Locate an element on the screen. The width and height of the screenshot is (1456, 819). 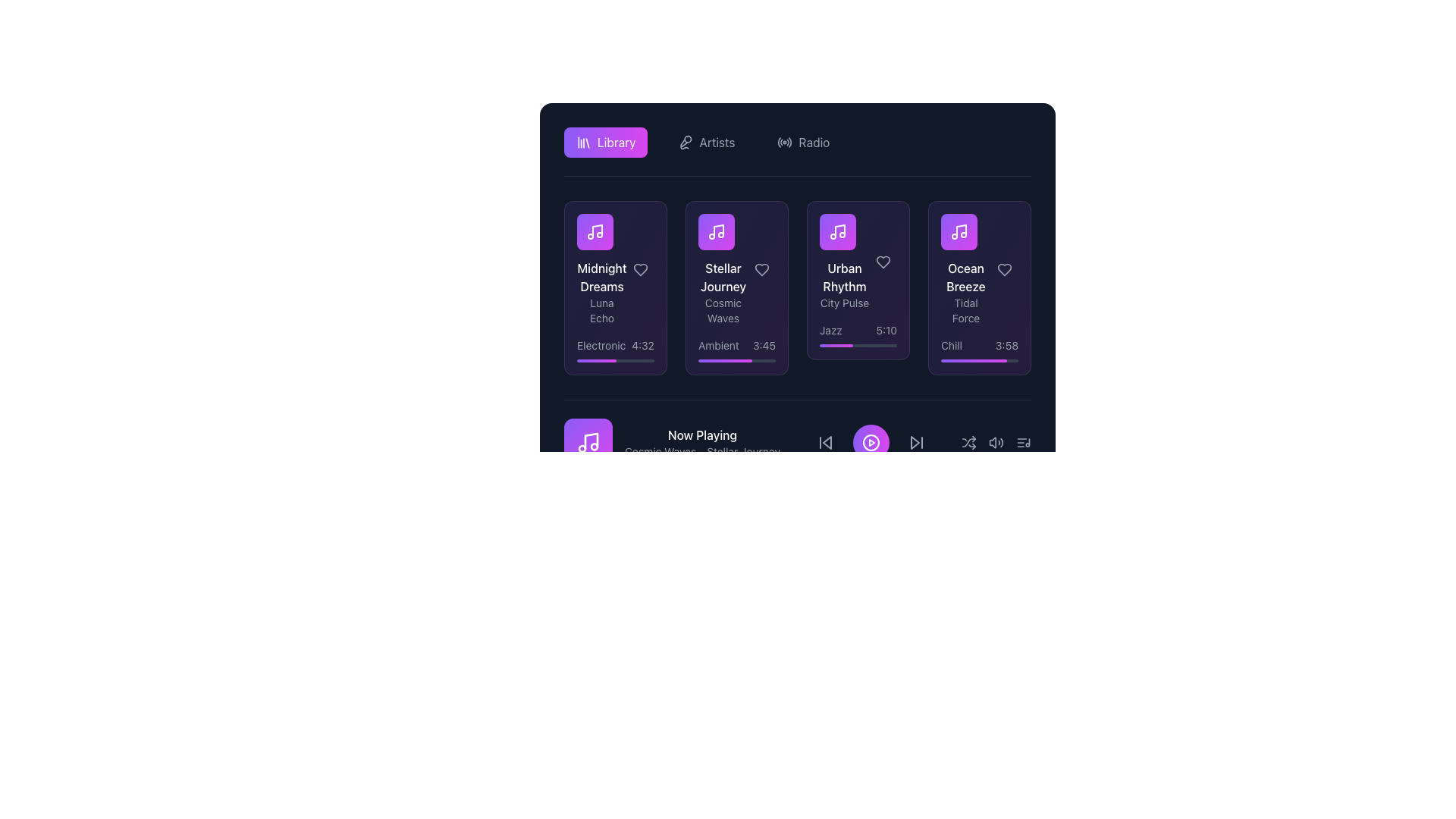
the text field element that provides metadata about the associated music track, located at the bottom center of the music card is located at coordinates (615, 345).